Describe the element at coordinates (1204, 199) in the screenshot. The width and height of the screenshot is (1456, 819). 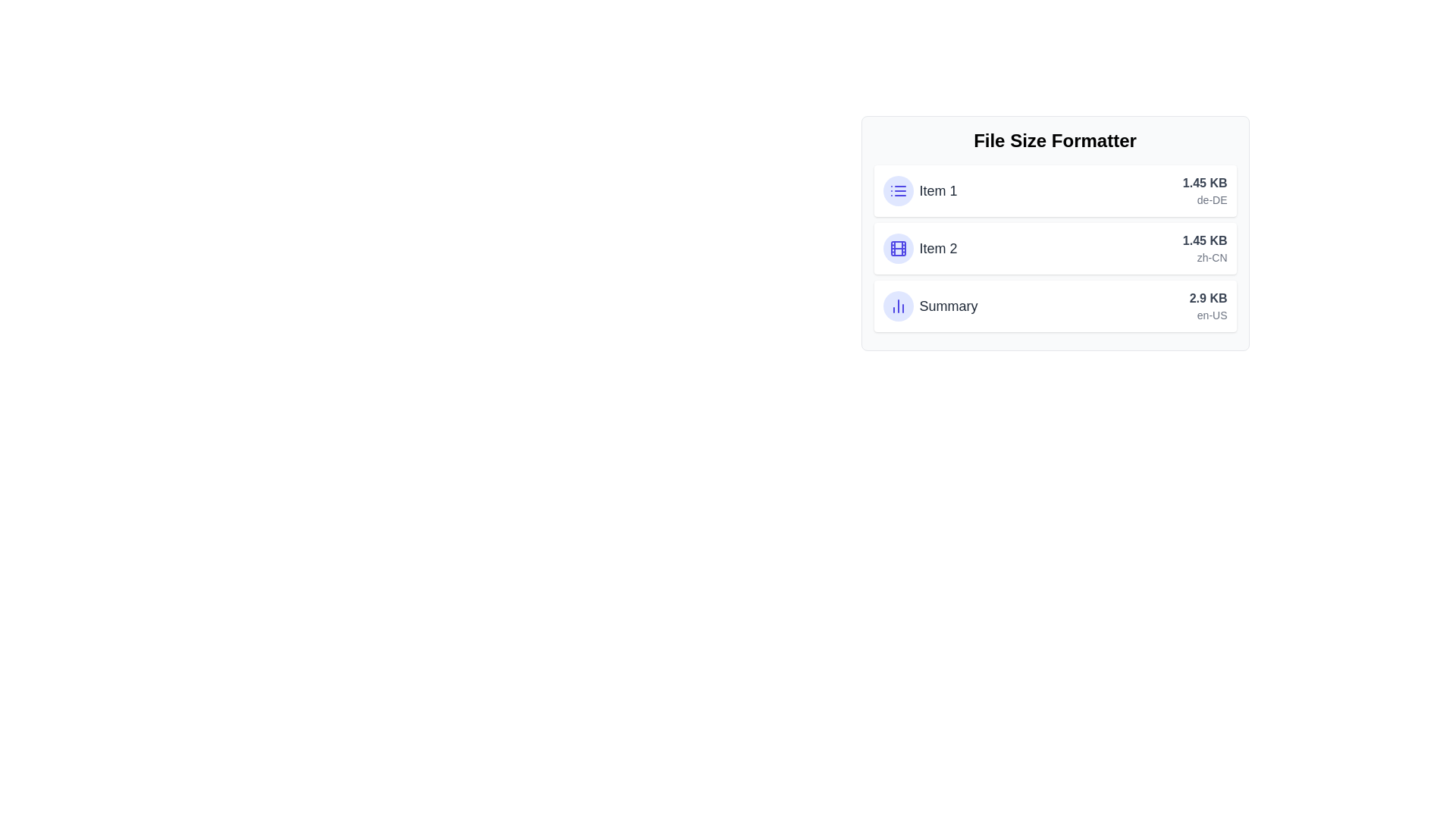
I see `information displayed in the text label showing 'de-DE' in light gray color, located in the third column of the 'File Size Formatter' table under the 'Item 1' row` at that location.